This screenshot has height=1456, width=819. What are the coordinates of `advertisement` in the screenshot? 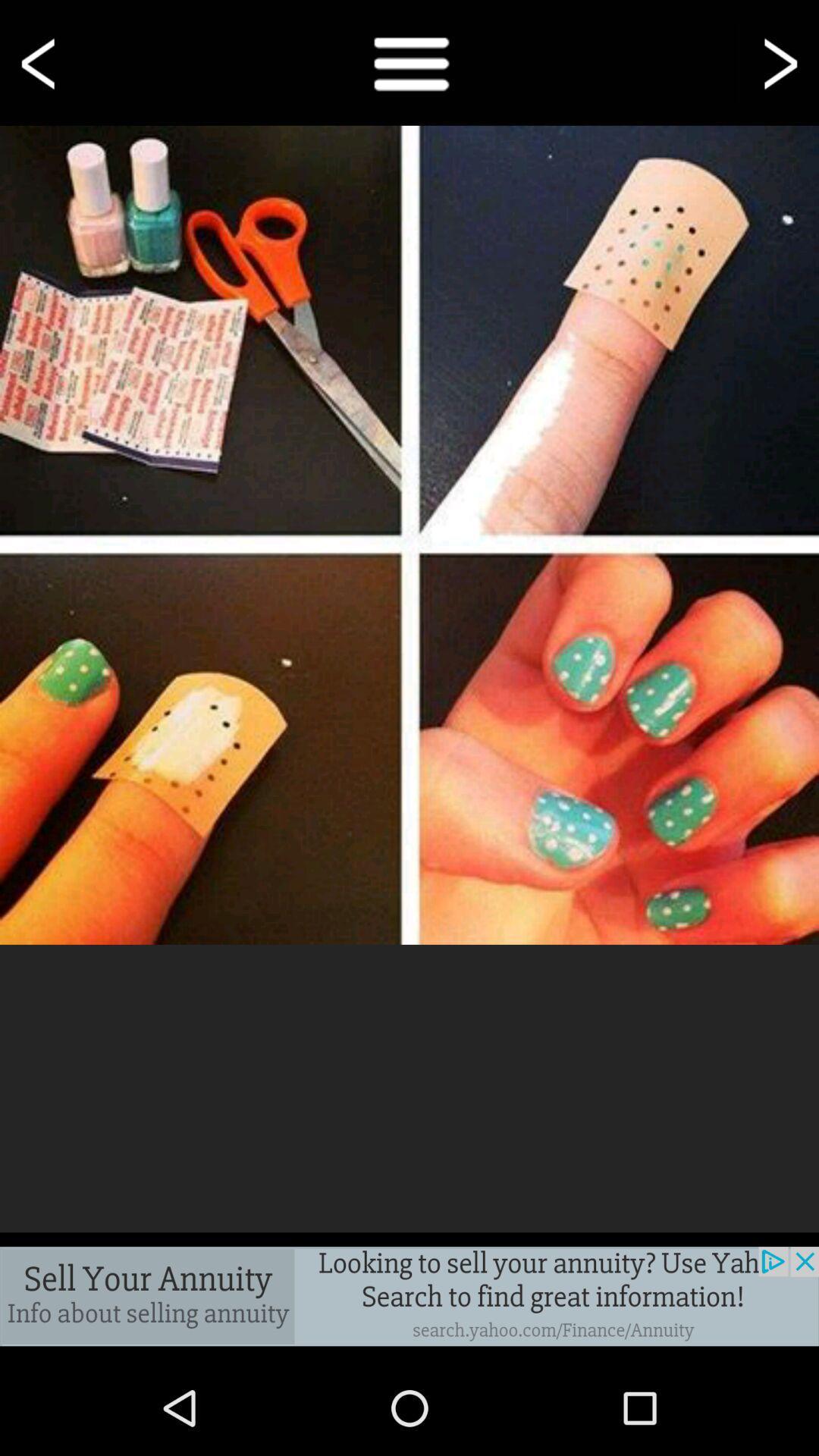 It's located at (409, 1295).